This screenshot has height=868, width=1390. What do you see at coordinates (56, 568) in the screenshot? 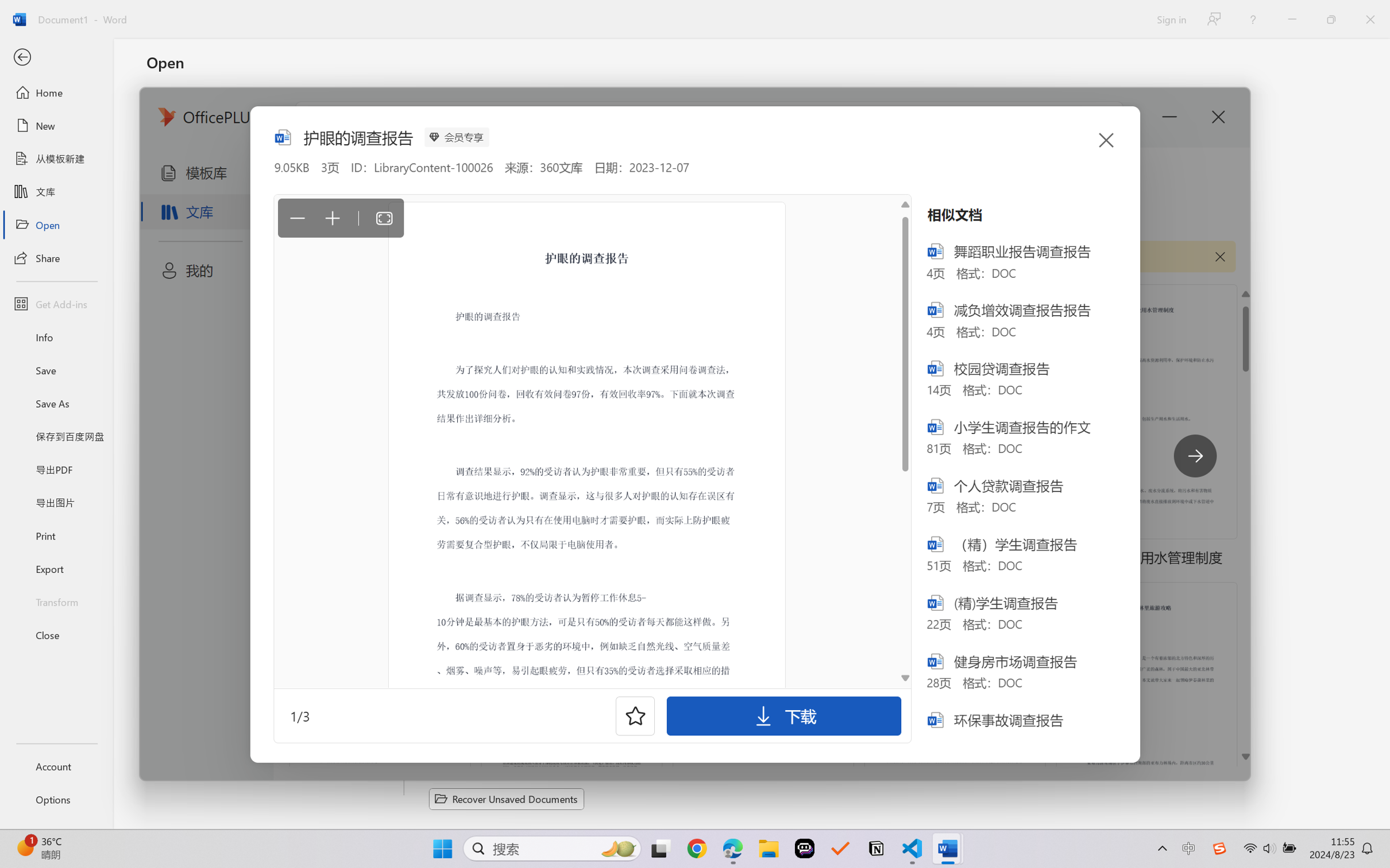
I see `'Export'` at bounding box center [56, 568].